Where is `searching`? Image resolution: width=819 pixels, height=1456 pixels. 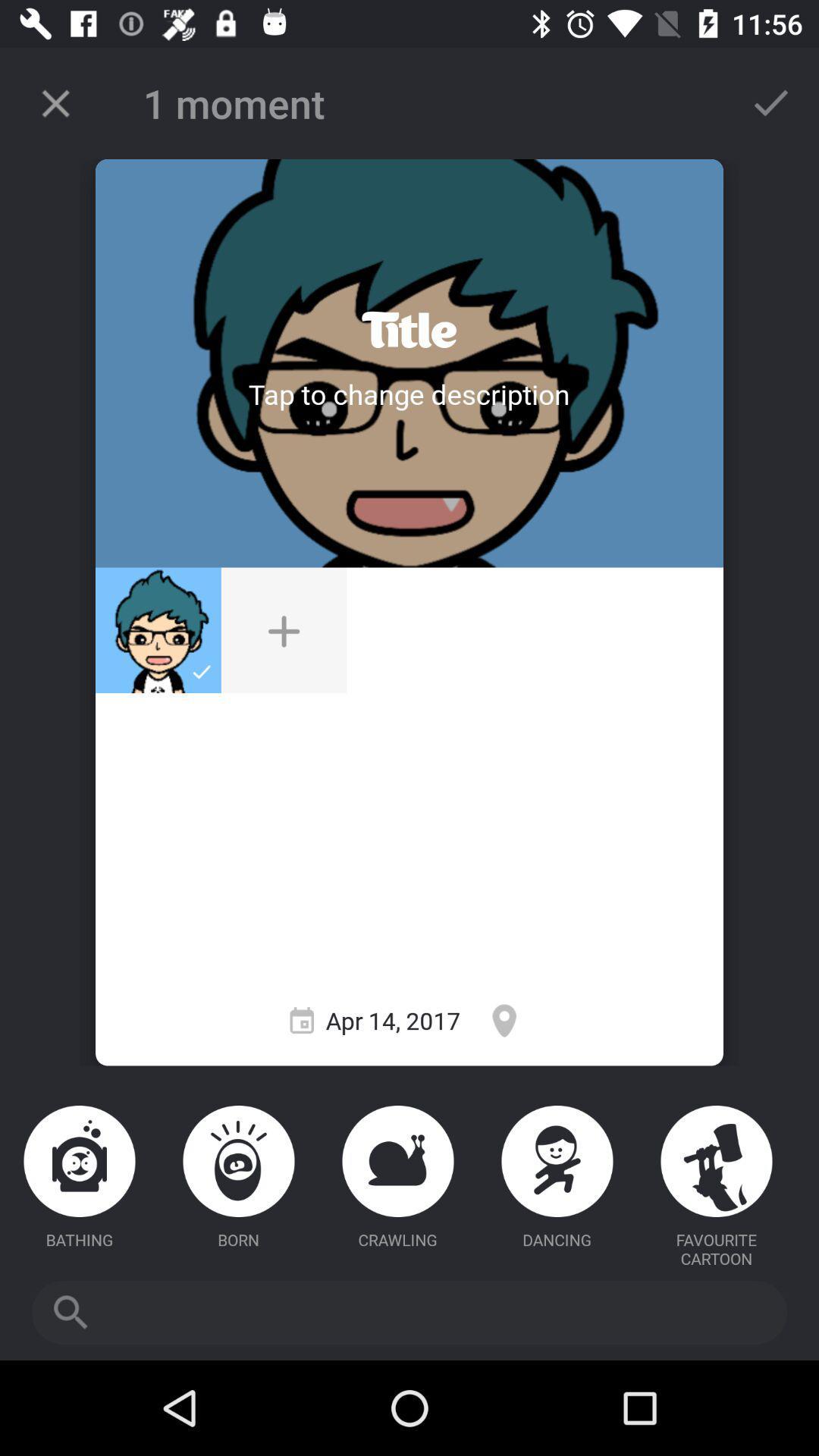
searching is located at coordinates (409, 1312).